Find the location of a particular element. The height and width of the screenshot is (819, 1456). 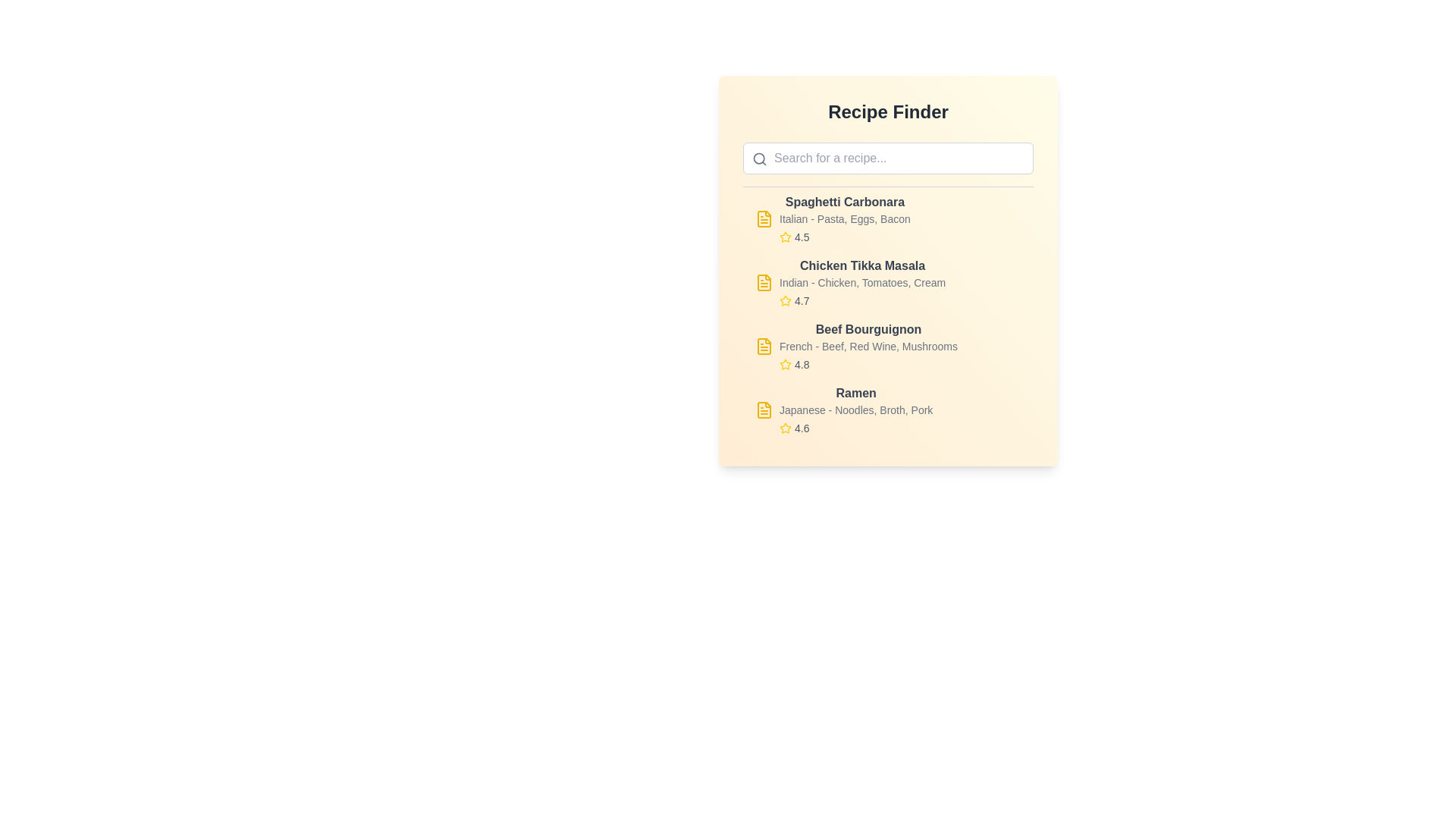

the visual indicator icon representing the recipe item 'Ramen', which is located to the left of the fourth recipe in the list is located at coordinates (764, 409).